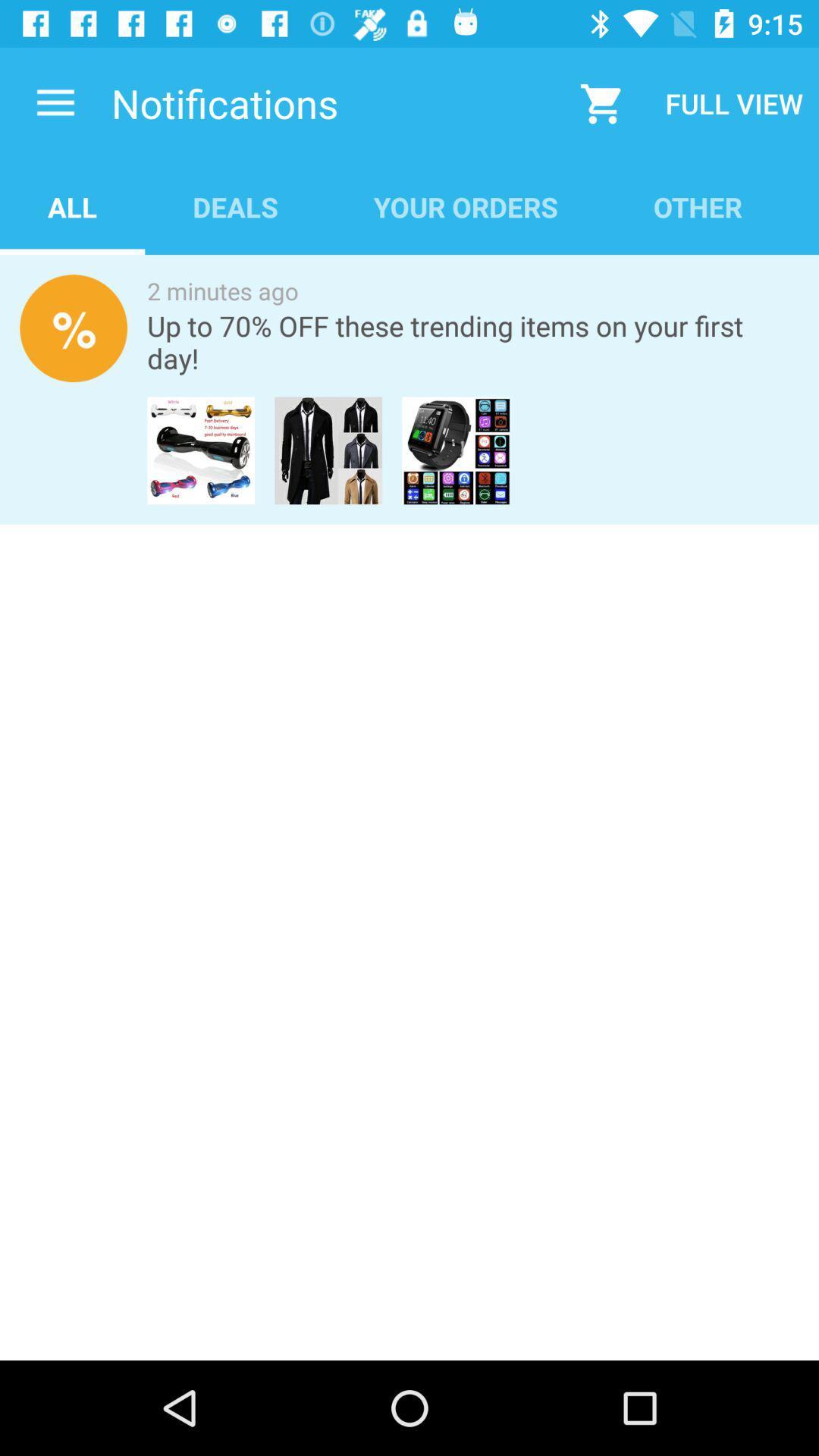 The height and width of the screenshot is (1456, 819). What do you see at coordinates (222, 290) in the screenshot?
I see `icon above the up to 70 item` at bounding box center [222, 290].